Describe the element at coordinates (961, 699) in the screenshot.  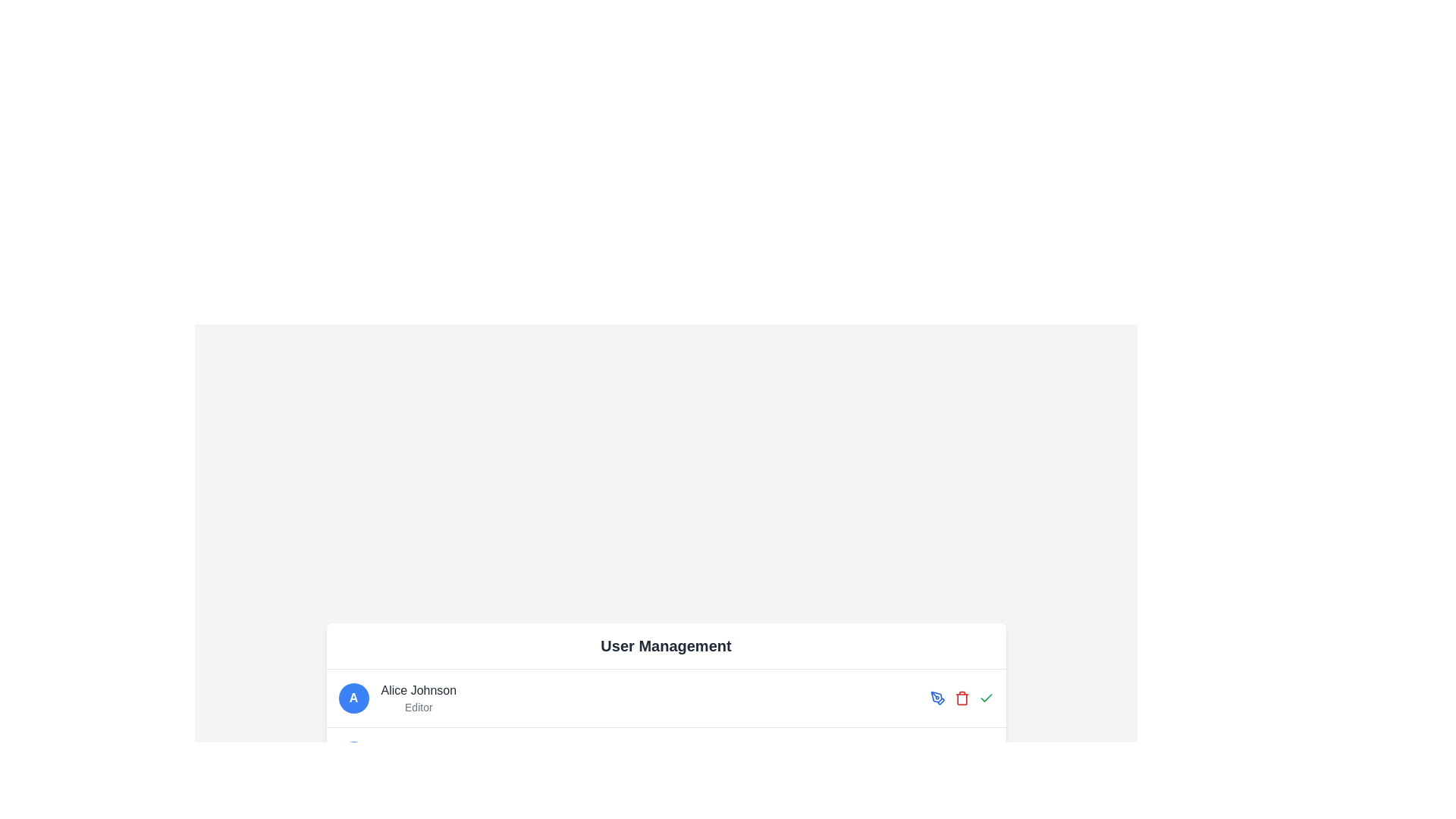
I see `the red trash bin icon` at that location.